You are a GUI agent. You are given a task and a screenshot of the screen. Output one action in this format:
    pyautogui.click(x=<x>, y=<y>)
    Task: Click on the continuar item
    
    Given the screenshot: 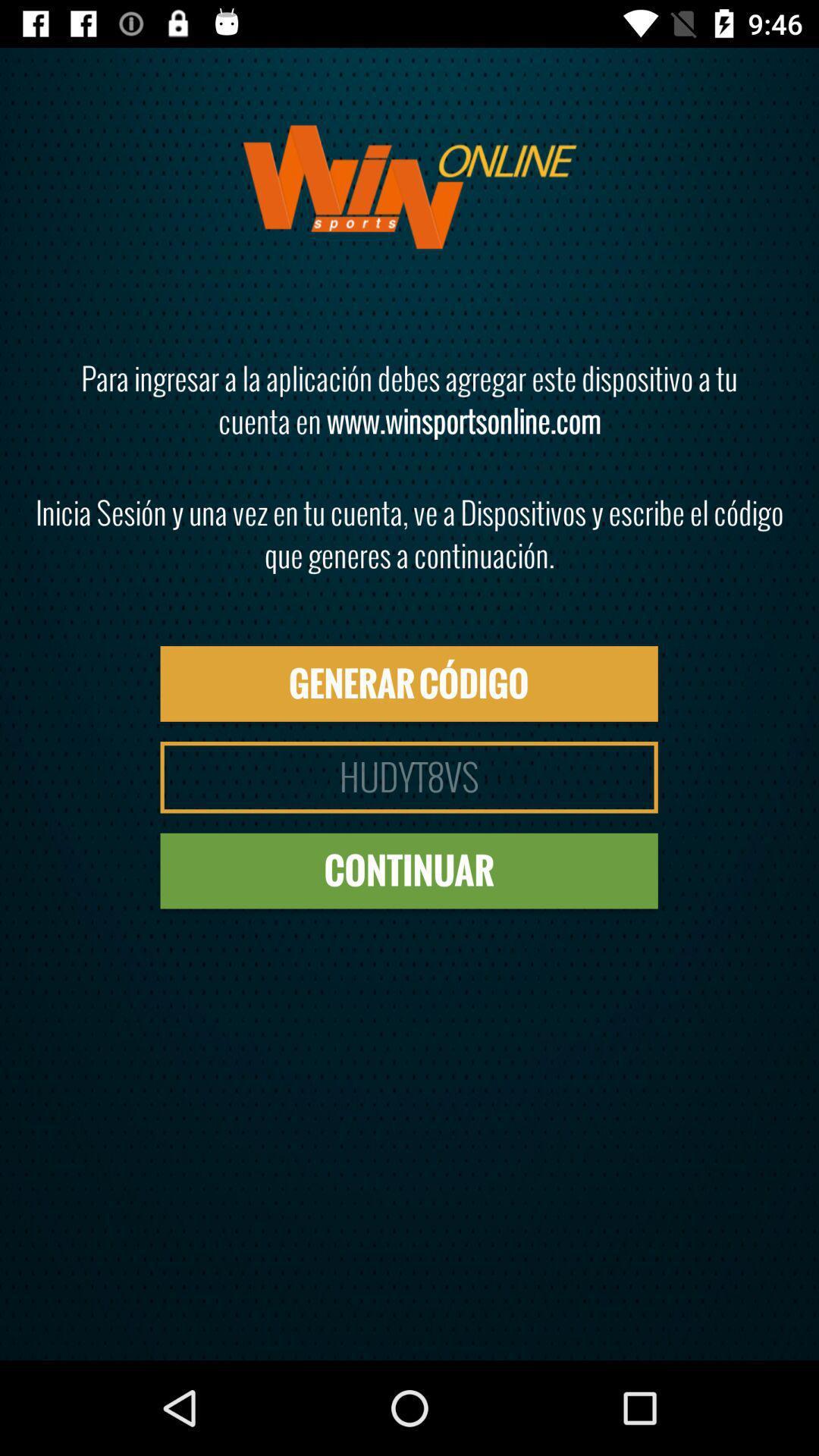 What is the action you would take?
    pyautogui.click(x=408, y=871)
    